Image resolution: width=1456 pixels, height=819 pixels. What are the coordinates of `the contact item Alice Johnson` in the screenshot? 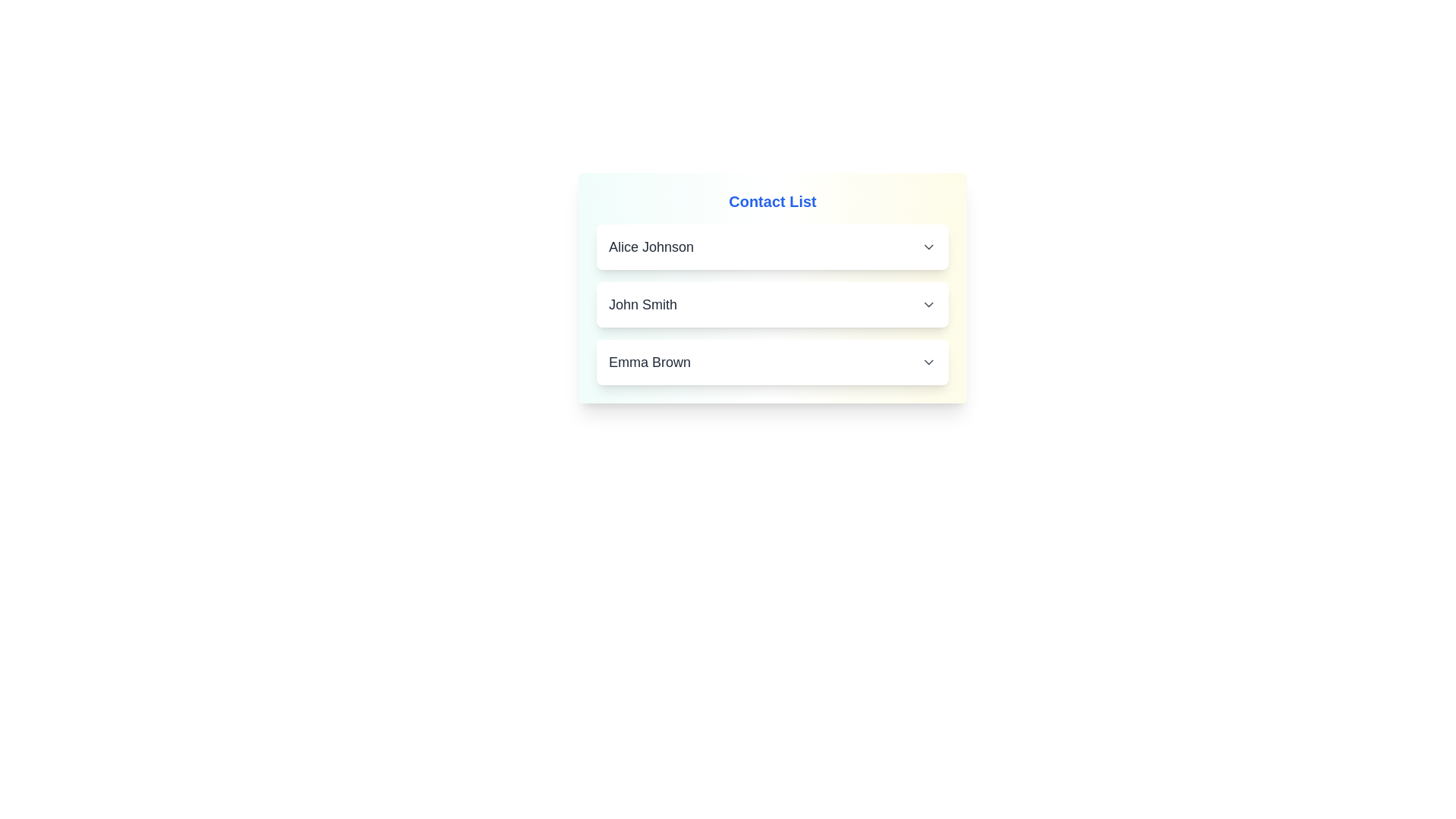 It's located at (772, 246).